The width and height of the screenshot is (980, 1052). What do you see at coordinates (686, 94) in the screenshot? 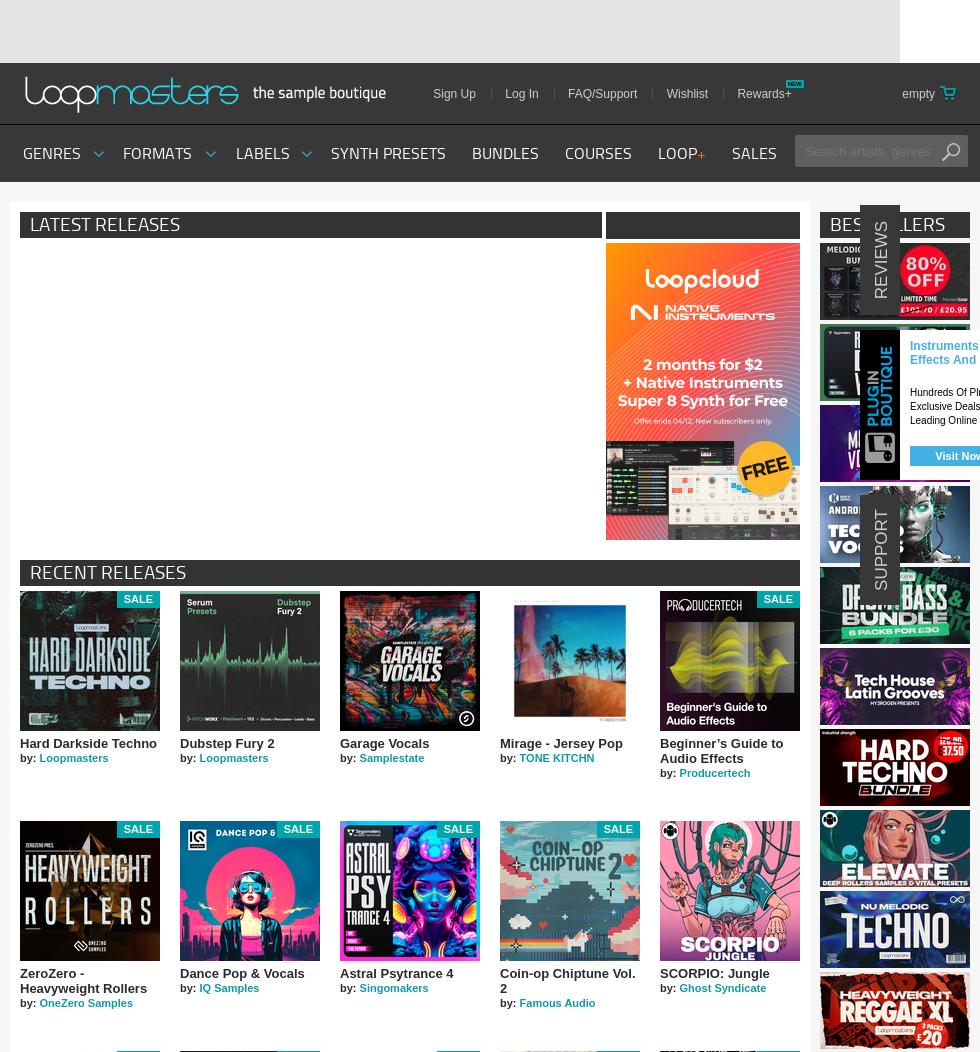
I see `'Wishlist'` at bounding box center [686, 94].